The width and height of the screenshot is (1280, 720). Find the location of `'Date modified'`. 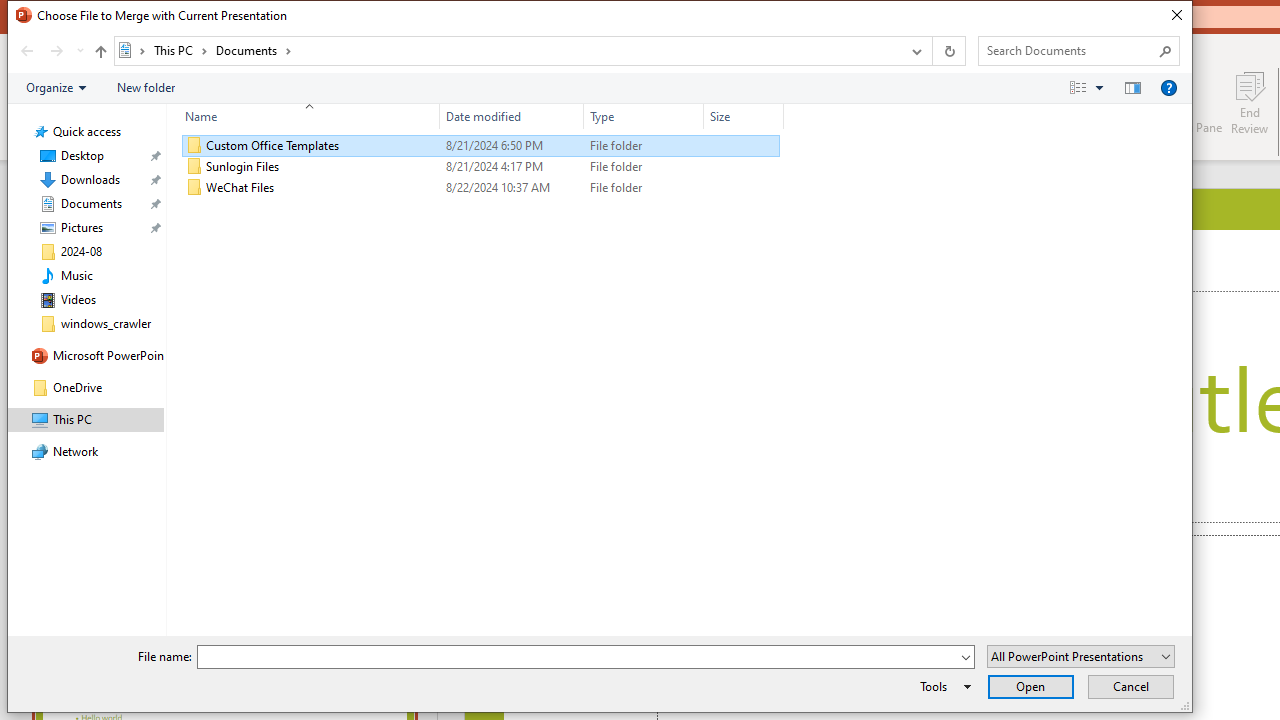

'Date modified' is located at coordinates (512, 116).